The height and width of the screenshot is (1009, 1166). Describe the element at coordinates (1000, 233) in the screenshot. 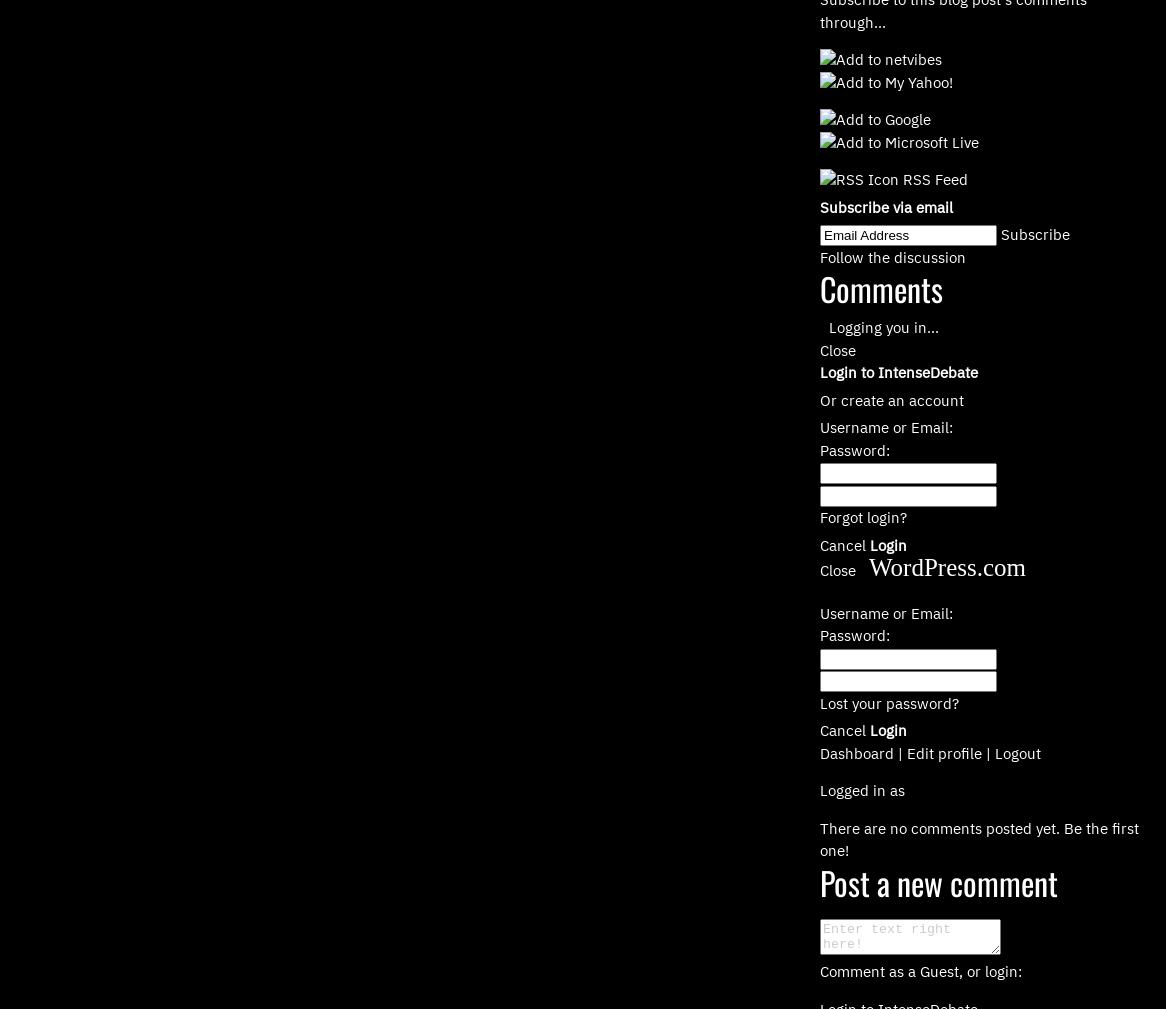

I see `'Subscribe'` at that location.